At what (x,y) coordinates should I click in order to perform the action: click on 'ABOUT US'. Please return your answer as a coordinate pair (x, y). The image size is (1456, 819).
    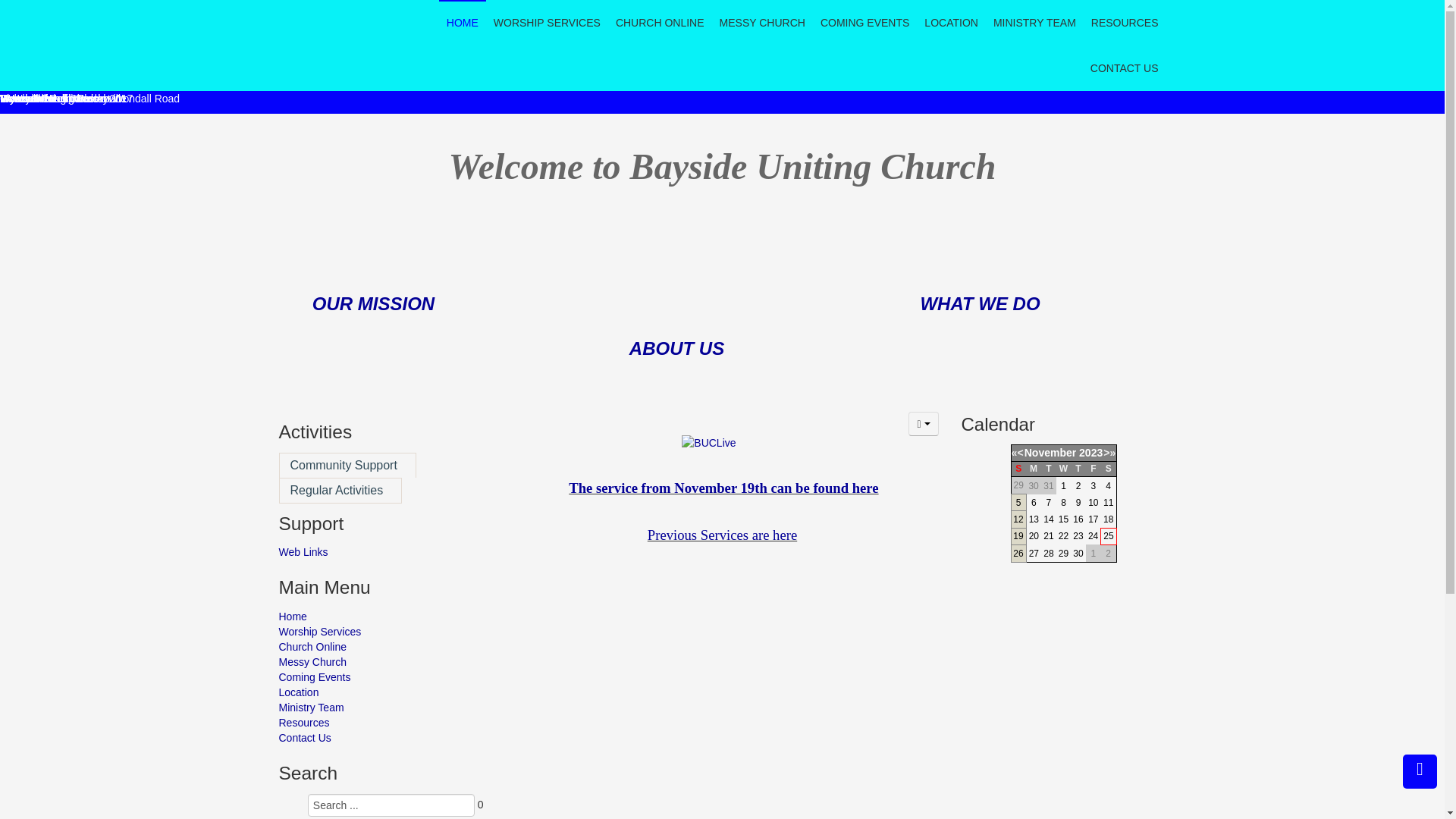
    Looking at the image, I should click on (676, 350).